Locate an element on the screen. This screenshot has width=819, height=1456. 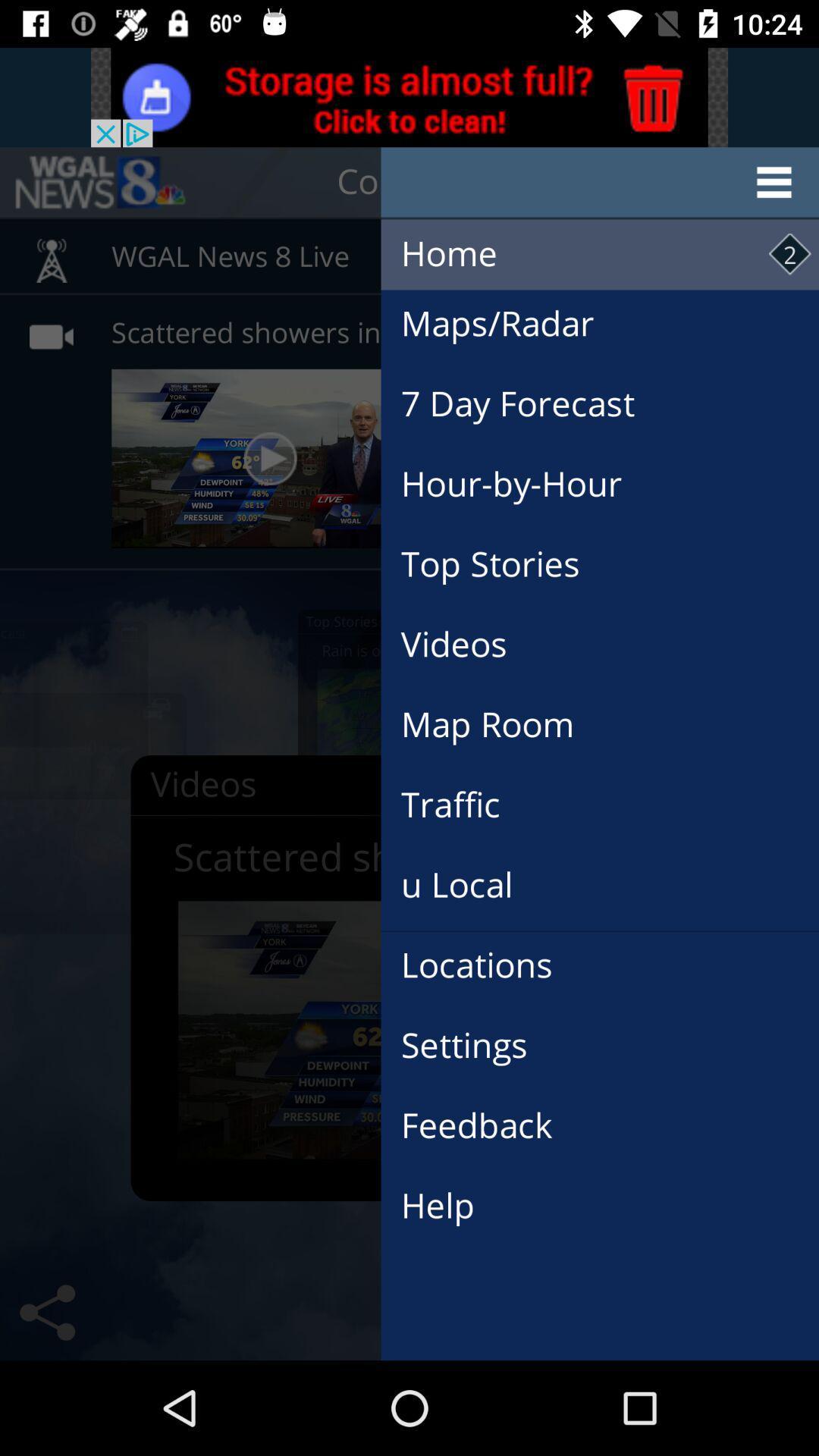
the share icon is located at coordinates (46, 1312).